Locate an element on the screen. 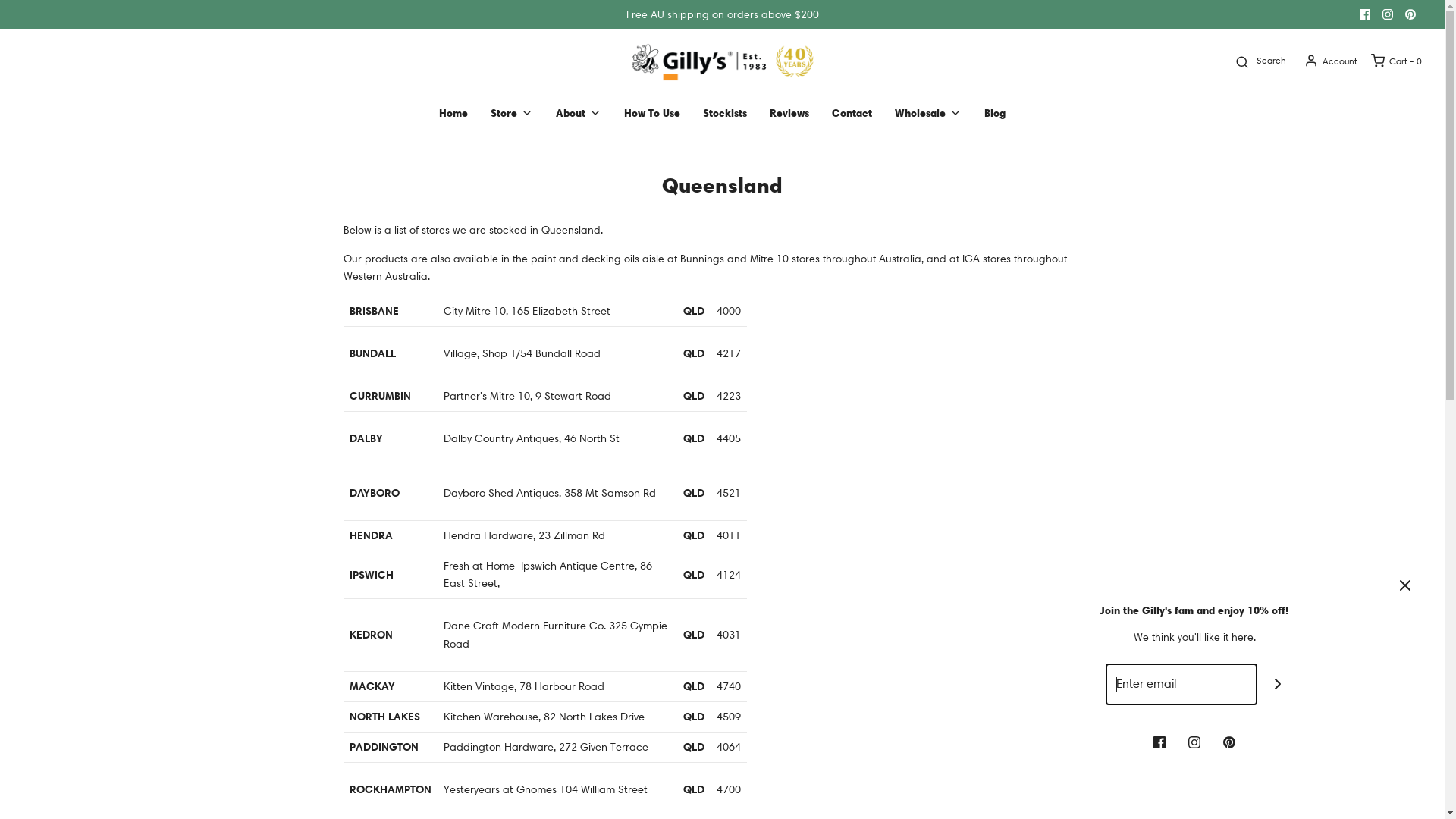 This screenshot has width=1456, height=819. 'Hendra Hardware' is located at coordinates (488, 534).